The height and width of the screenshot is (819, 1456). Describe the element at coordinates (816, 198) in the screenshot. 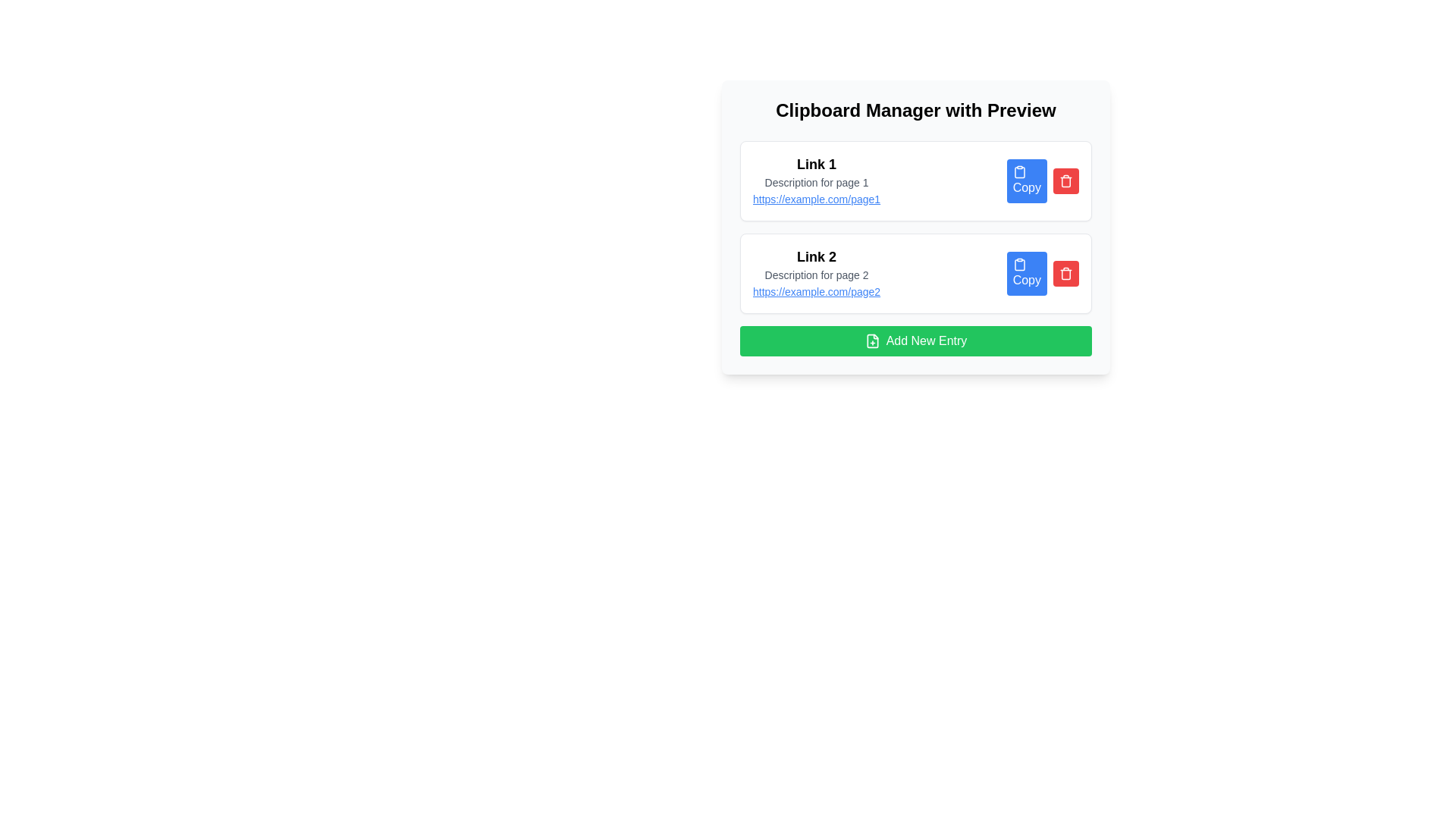

I see `the hyperlink positioned below 'Description for page 1' under the title 'Link 1'` at that location.